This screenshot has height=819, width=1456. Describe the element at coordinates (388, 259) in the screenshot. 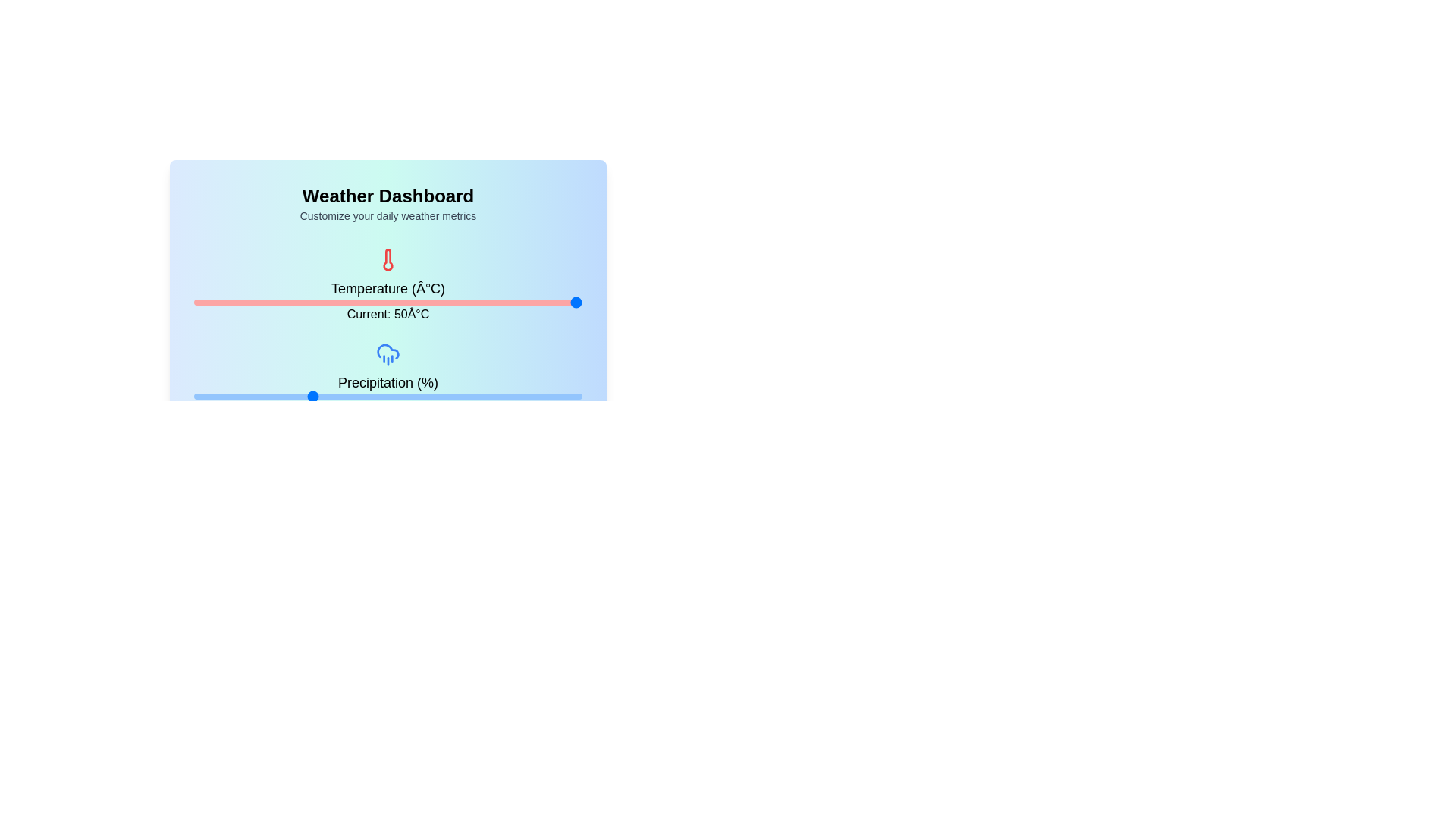

I see `the temperature icon located centrally within the thermometer SVG graphic, positioned above the 'Temperature (°C)' label and below the 'Weather Dashboard' title` at that location.